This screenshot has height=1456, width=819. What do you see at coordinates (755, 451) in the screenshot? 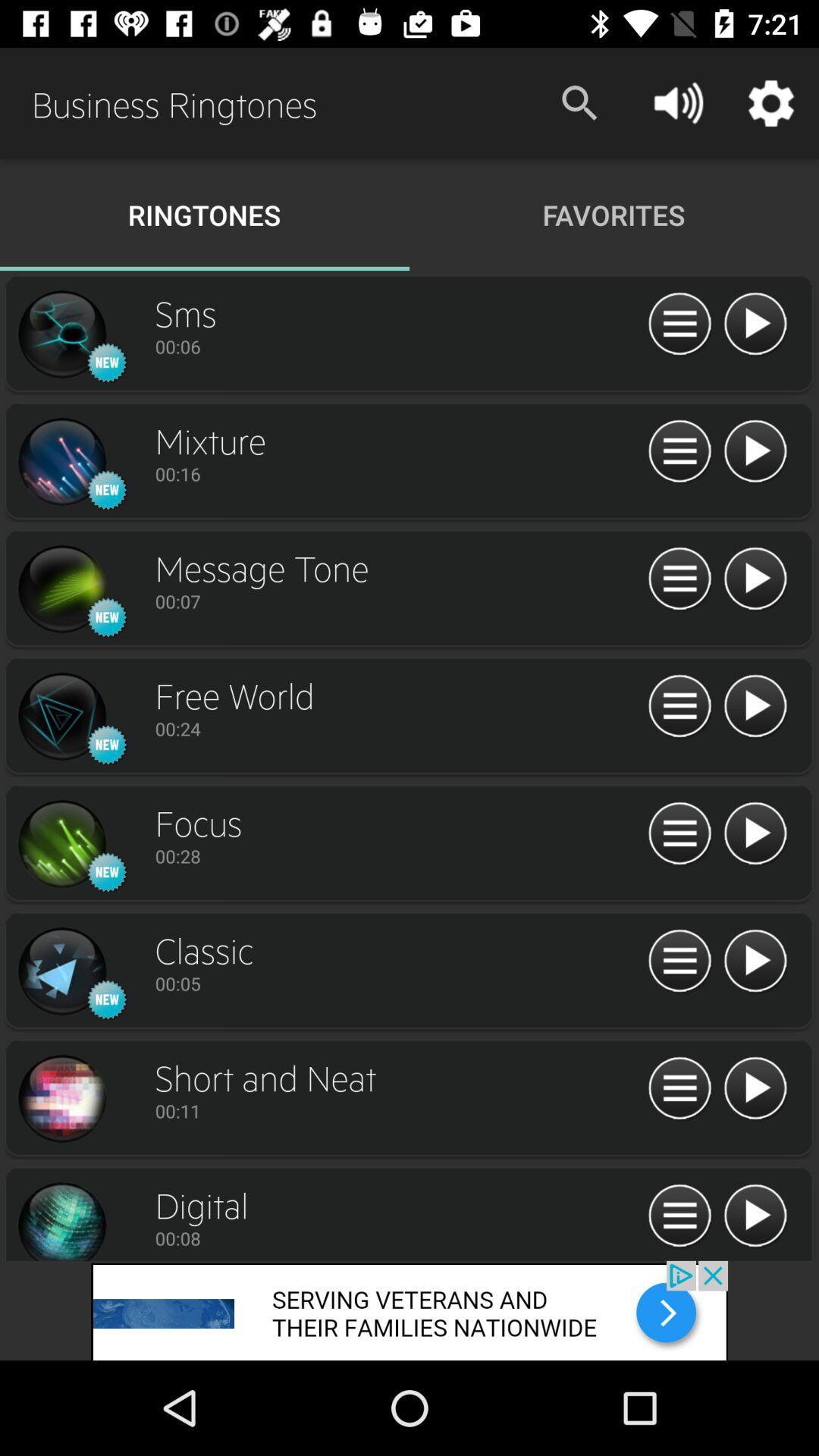
I see `option` at bounding box center [755, 451].